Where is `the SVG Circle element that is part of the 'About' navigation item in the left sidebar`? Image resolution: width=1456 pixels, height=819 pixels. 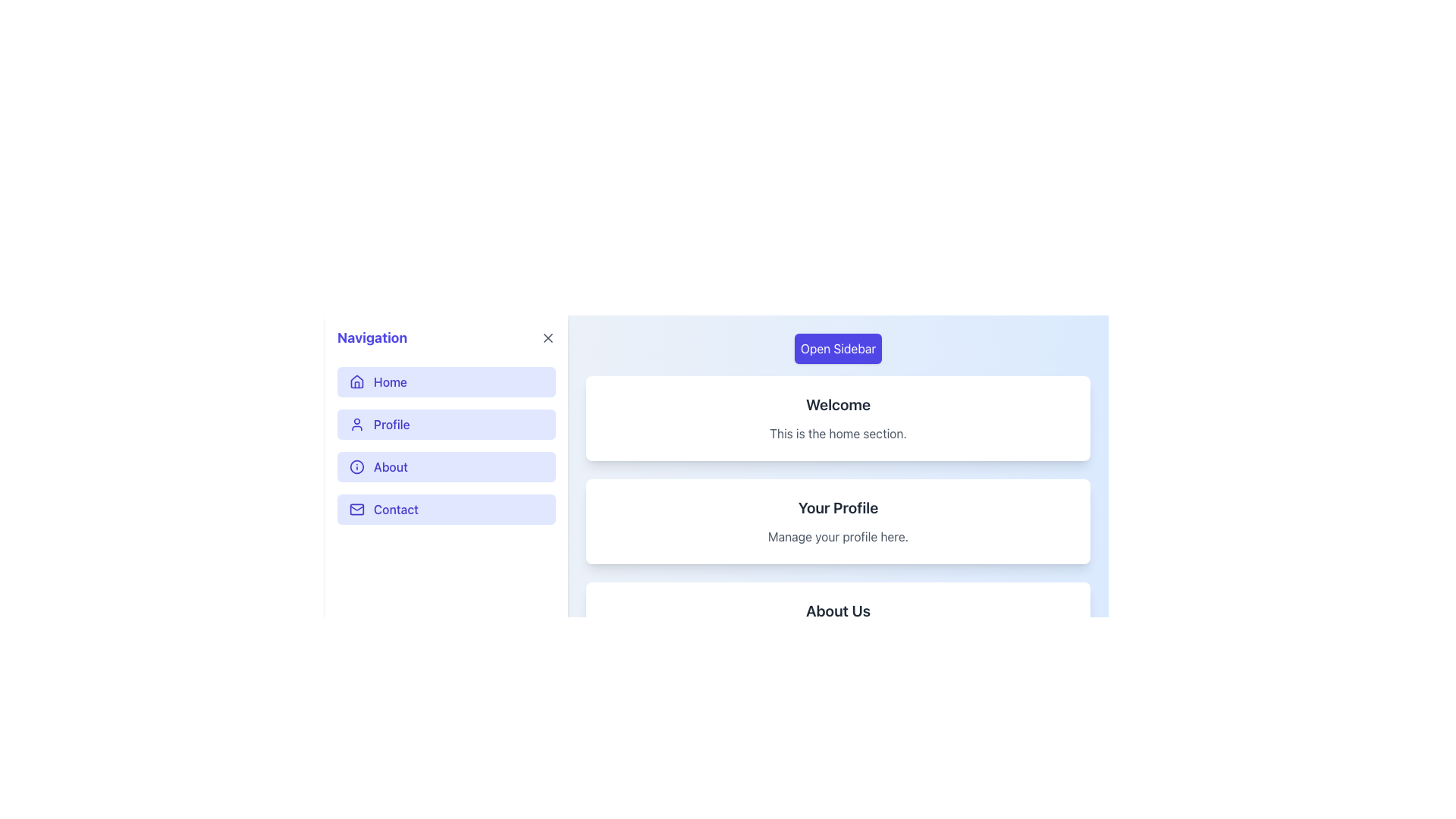 the SVG Circle element that is part of the 'About' navigation item in the left sidebar is located at coordinates (356, 466).